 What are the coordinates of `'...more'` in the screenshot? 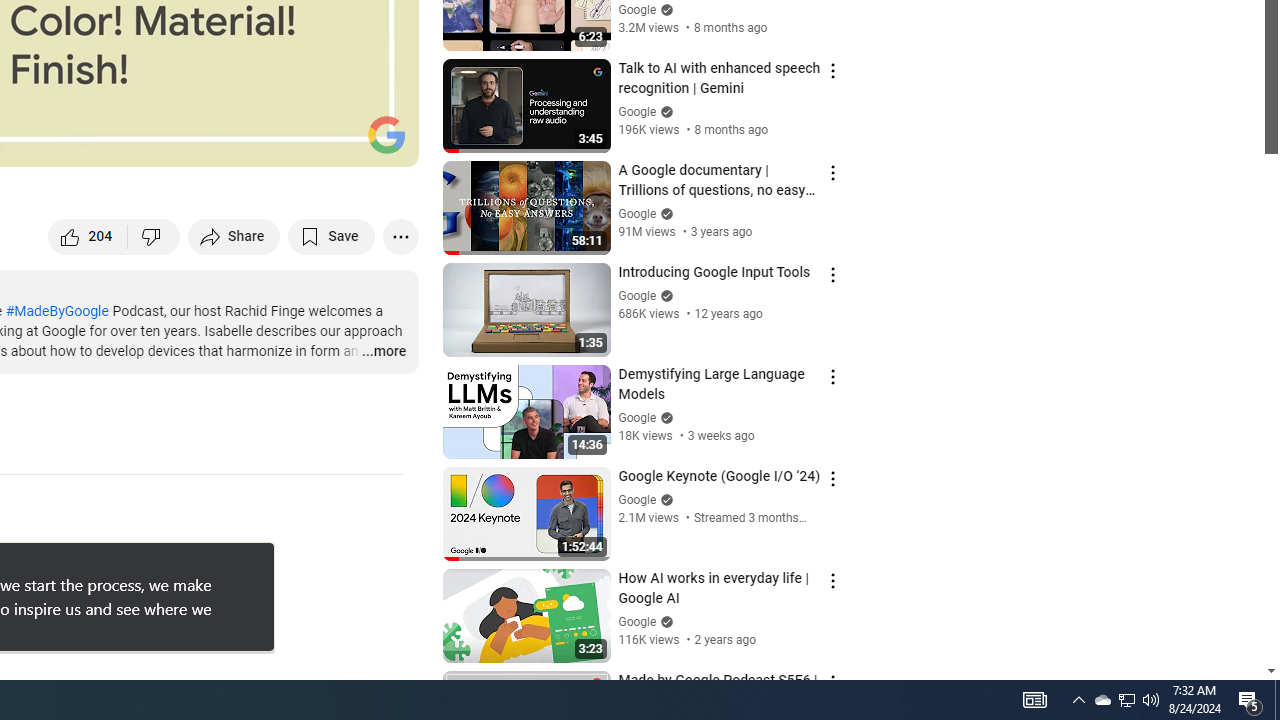 It's located at (383, 351).